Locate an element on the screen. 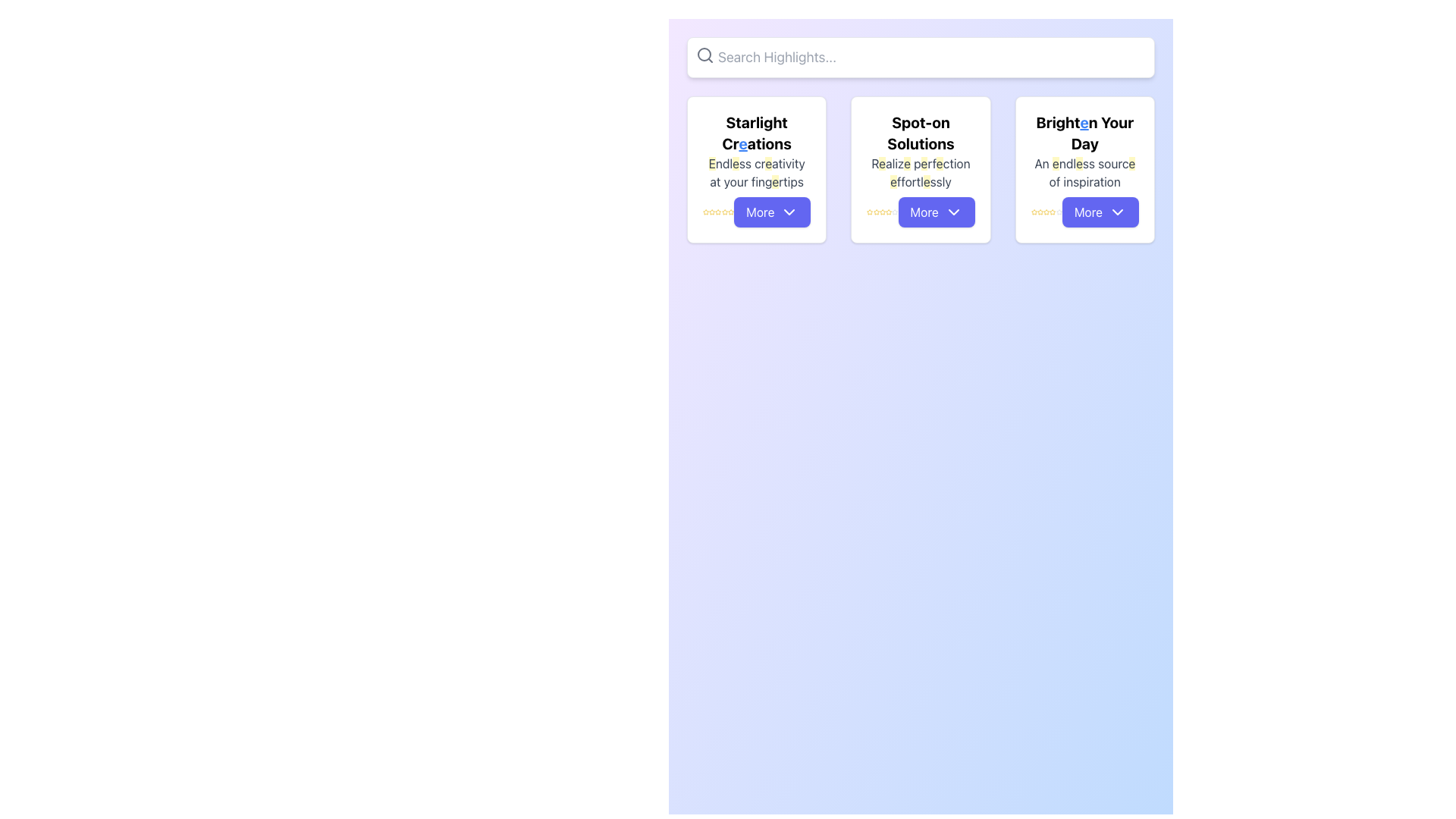  the static text 'ction,' which is part of the phrase 'Realize perfection effortlessly' located in the second card of the interface is located at coordinates (955, 164).